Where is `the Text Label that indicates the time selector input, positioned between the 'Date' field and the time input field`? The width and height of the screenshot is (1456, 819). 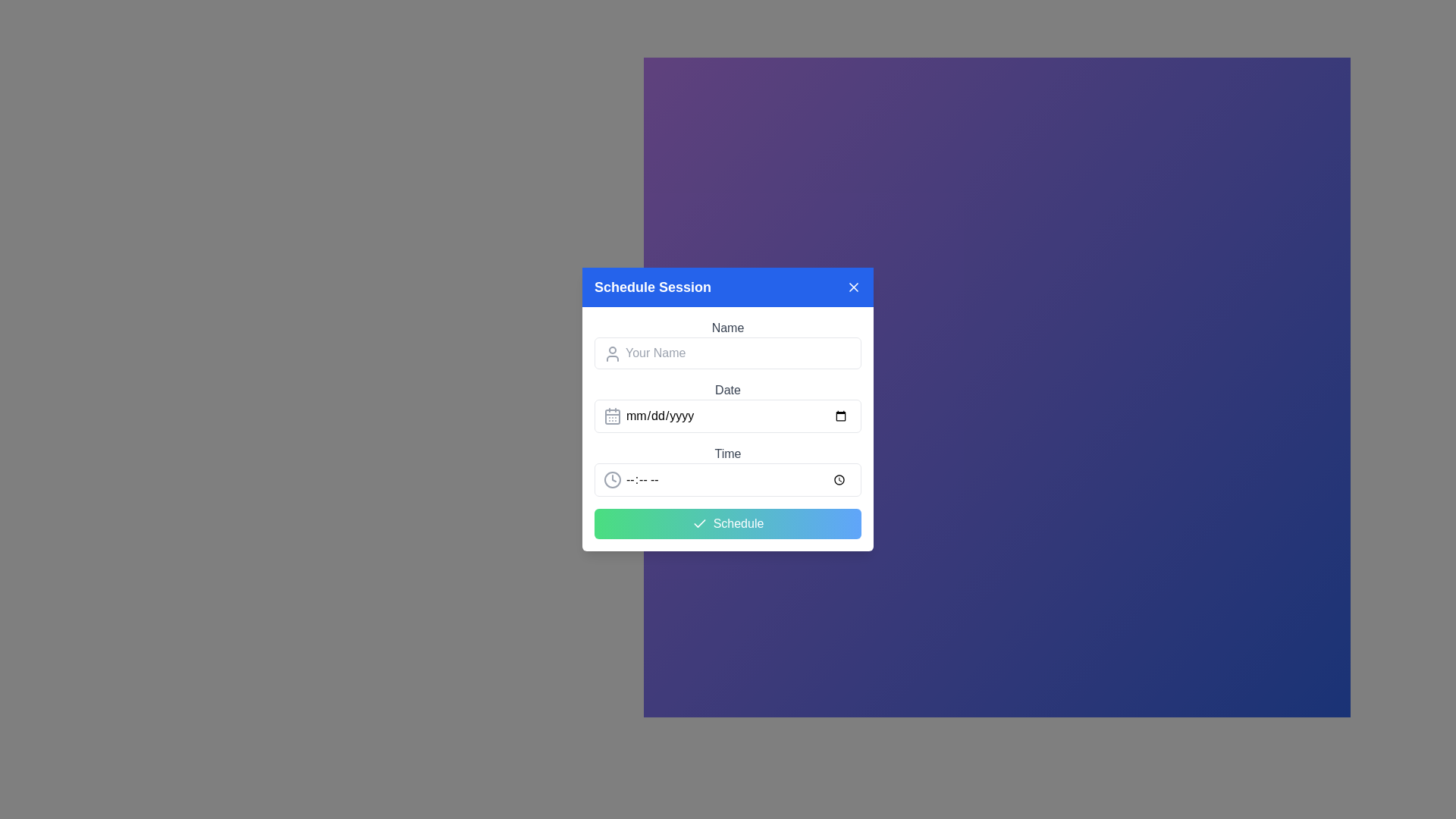
the Text Label that indicates the time selector input, positioned between the 'Date' field and the time input field is located at coordinates (728, 453).